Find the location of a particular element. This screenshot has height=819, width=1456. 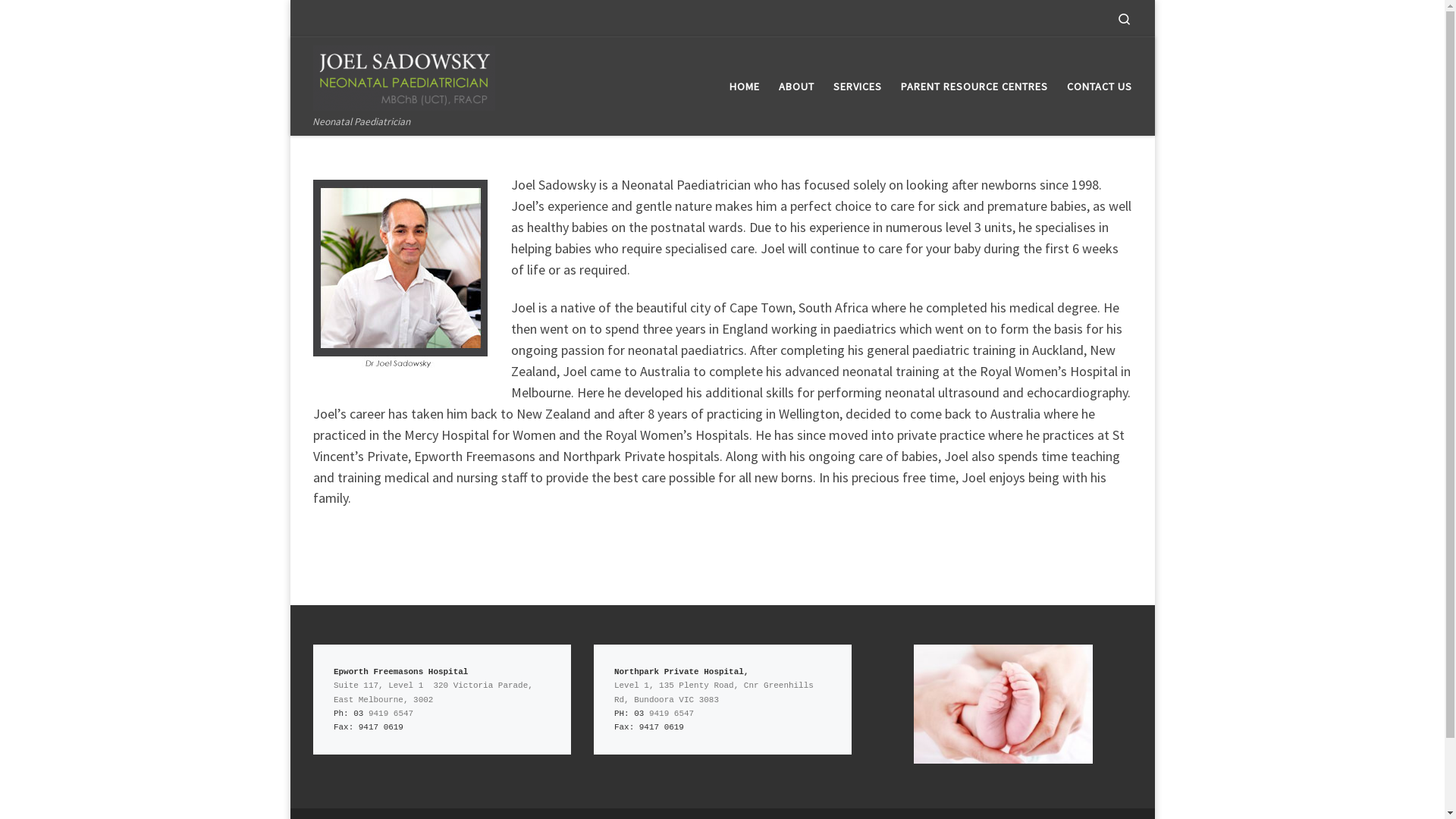

'ABOUT' is located at coordinates (795, 86).